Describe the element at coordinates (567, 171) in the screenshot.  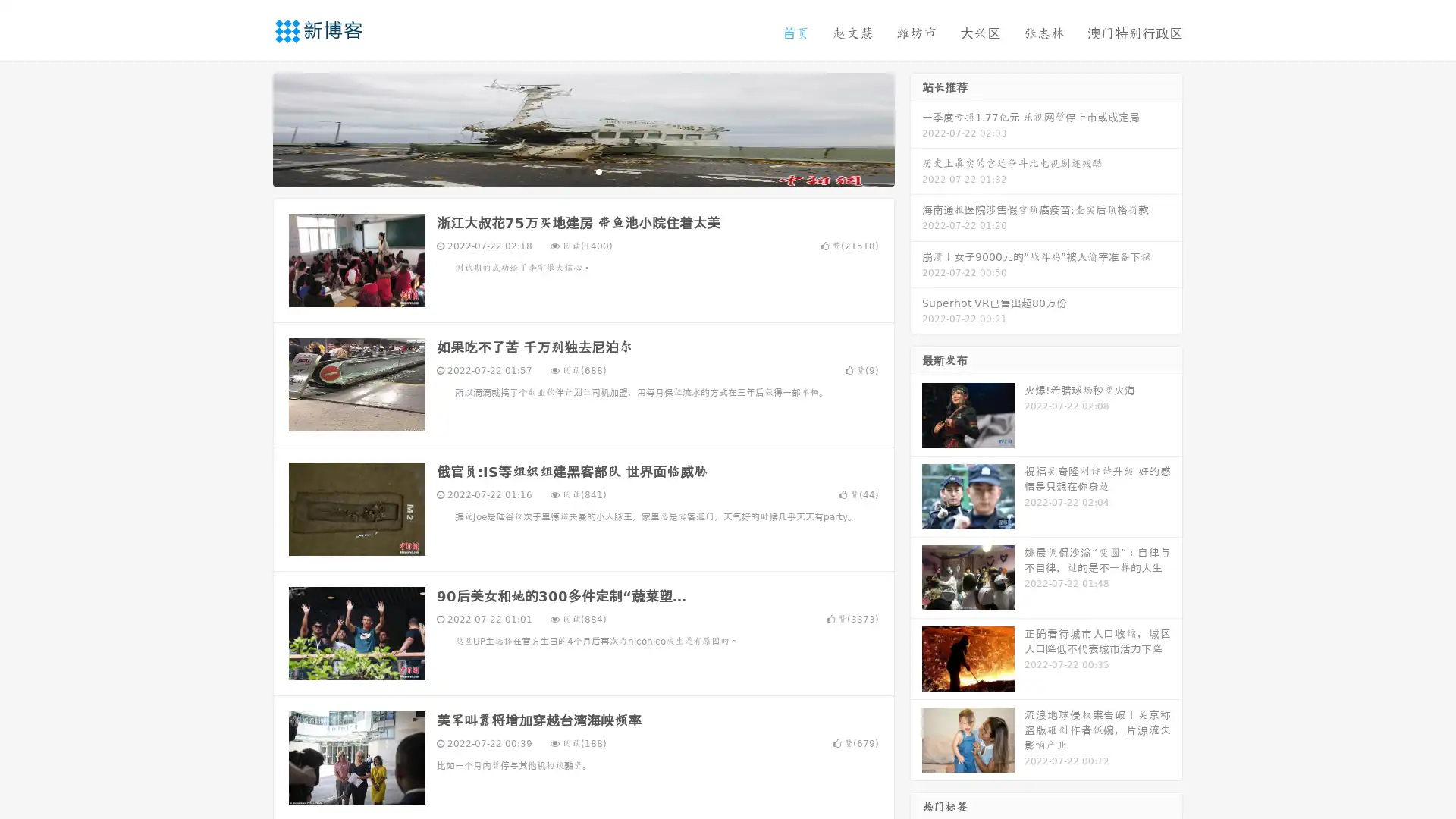
I see `Go to slide 1` at that location.